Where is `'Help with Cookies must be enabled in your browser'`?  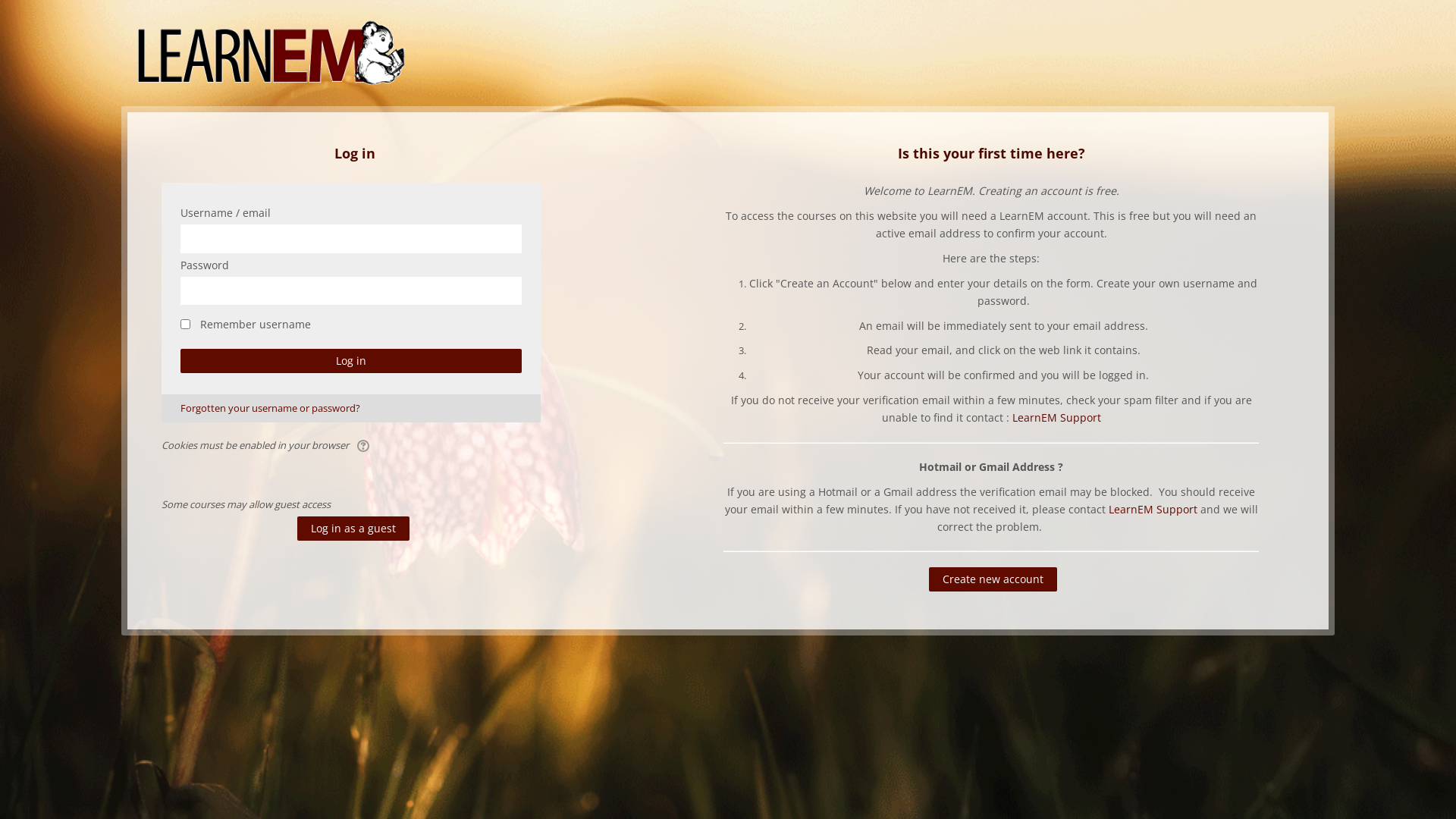
'Help with Cookies must be enabled in your browser' is located at coordinates (364, 444).